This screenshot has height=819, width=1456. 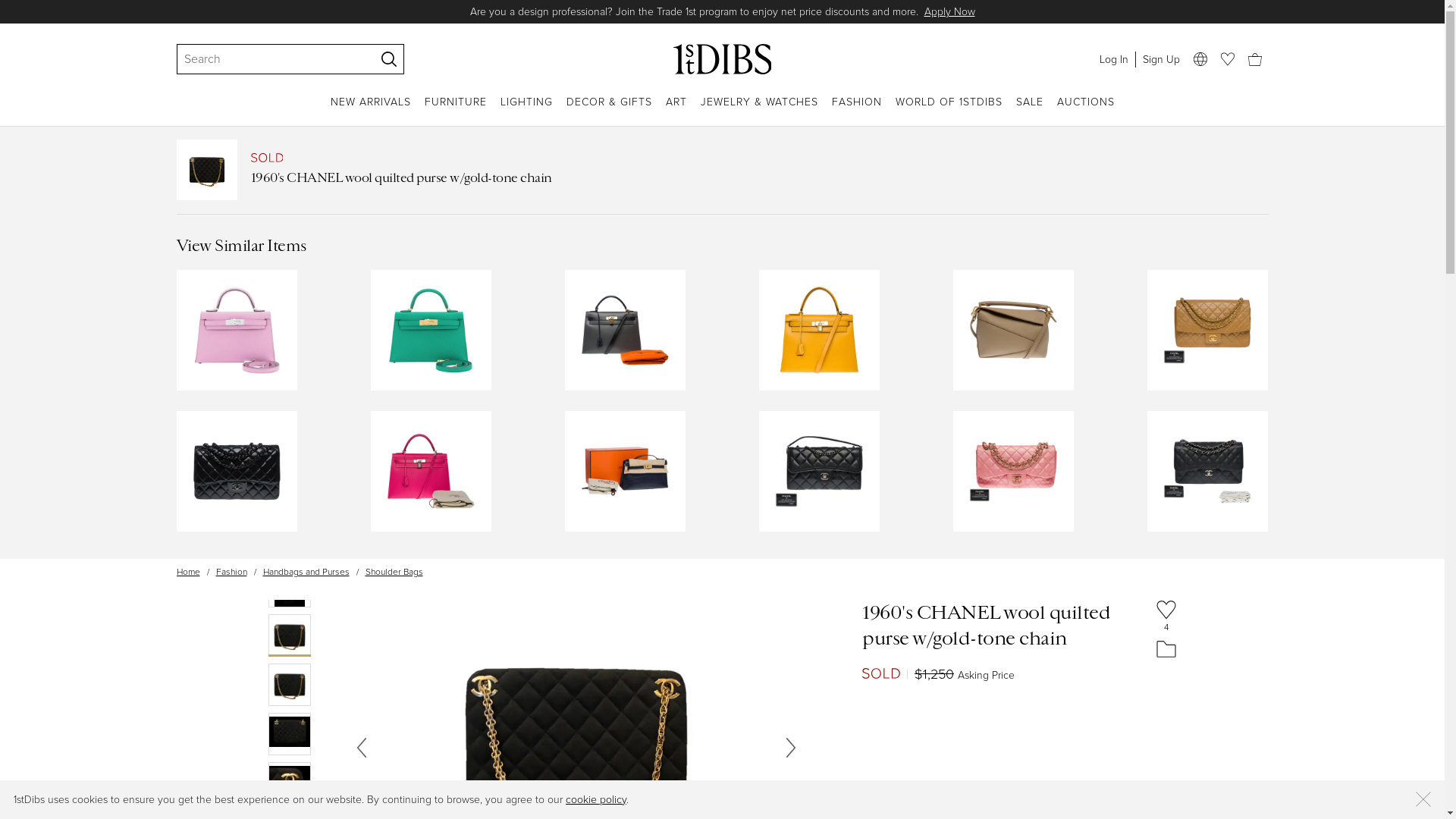 What do you see at coordinates (500, 109) in the screenshot?
I see `'LIGHTING'` at bounding box center [500, 109].